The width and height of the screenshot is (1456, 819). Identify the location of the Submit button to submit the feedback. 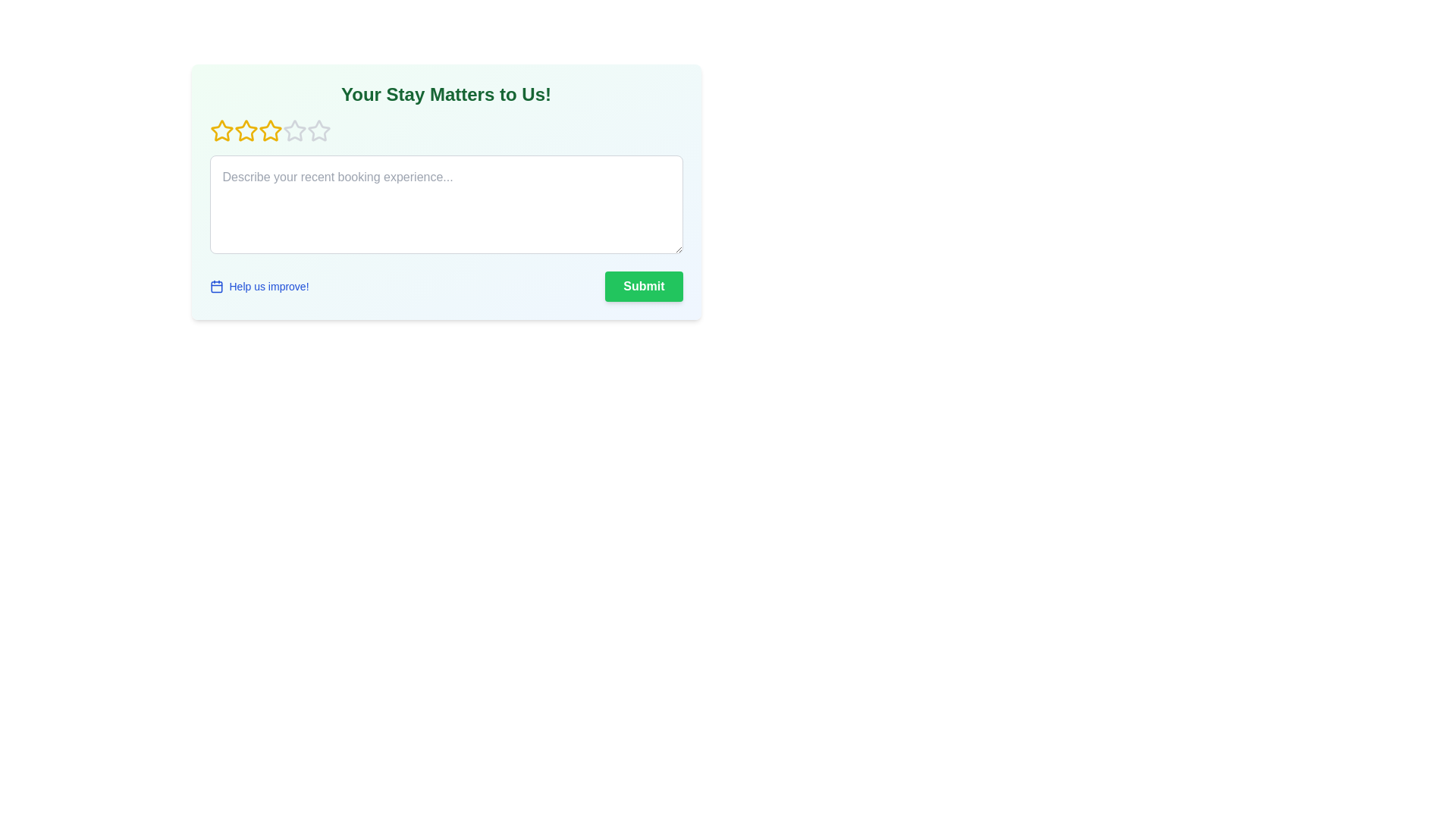
(644, 287).